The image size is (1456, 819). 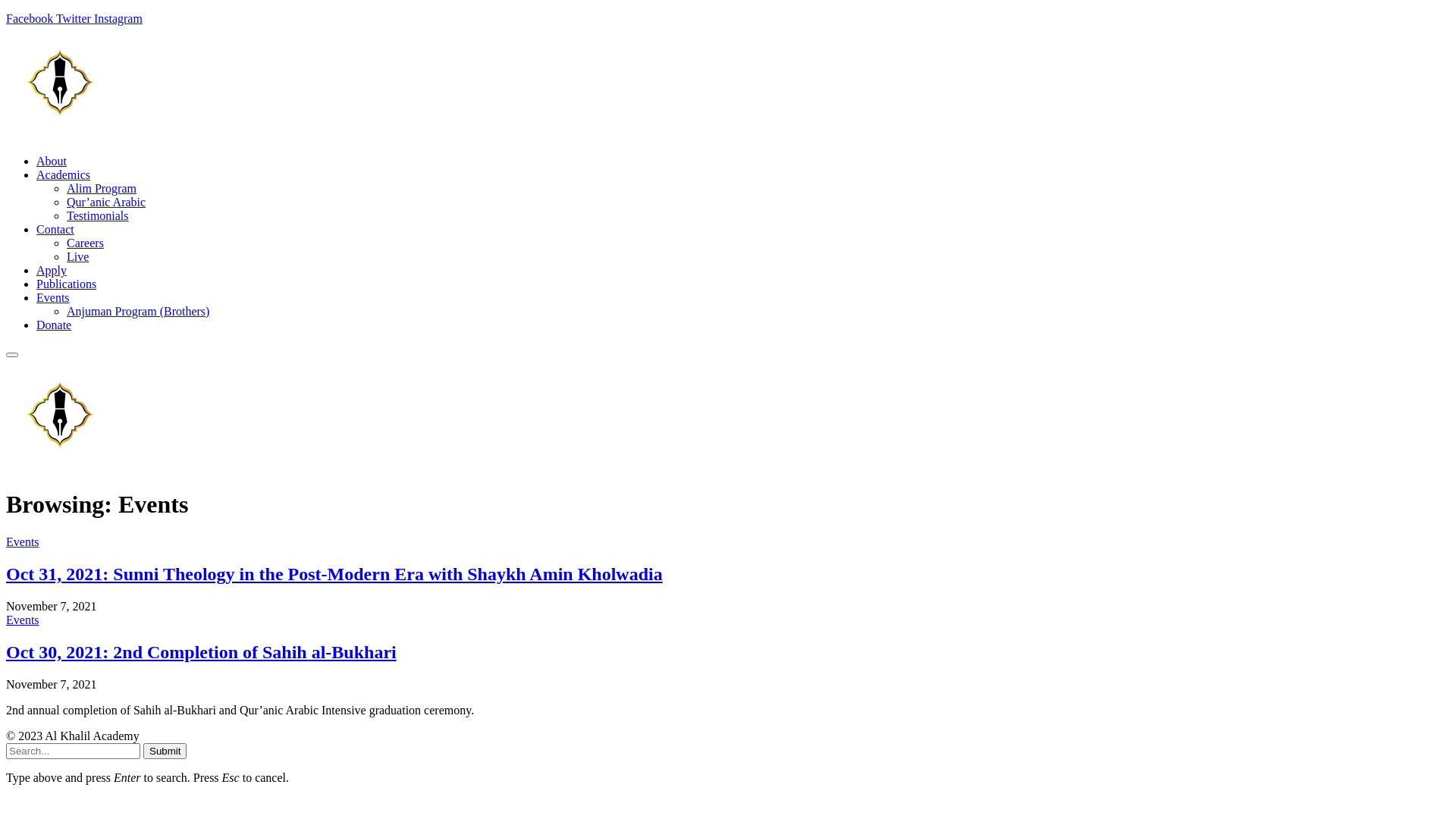 I want to click on 'Oct 30, 2021: 2nd Completion of Sahih al-Bukhari', so click(x=200, y=651).